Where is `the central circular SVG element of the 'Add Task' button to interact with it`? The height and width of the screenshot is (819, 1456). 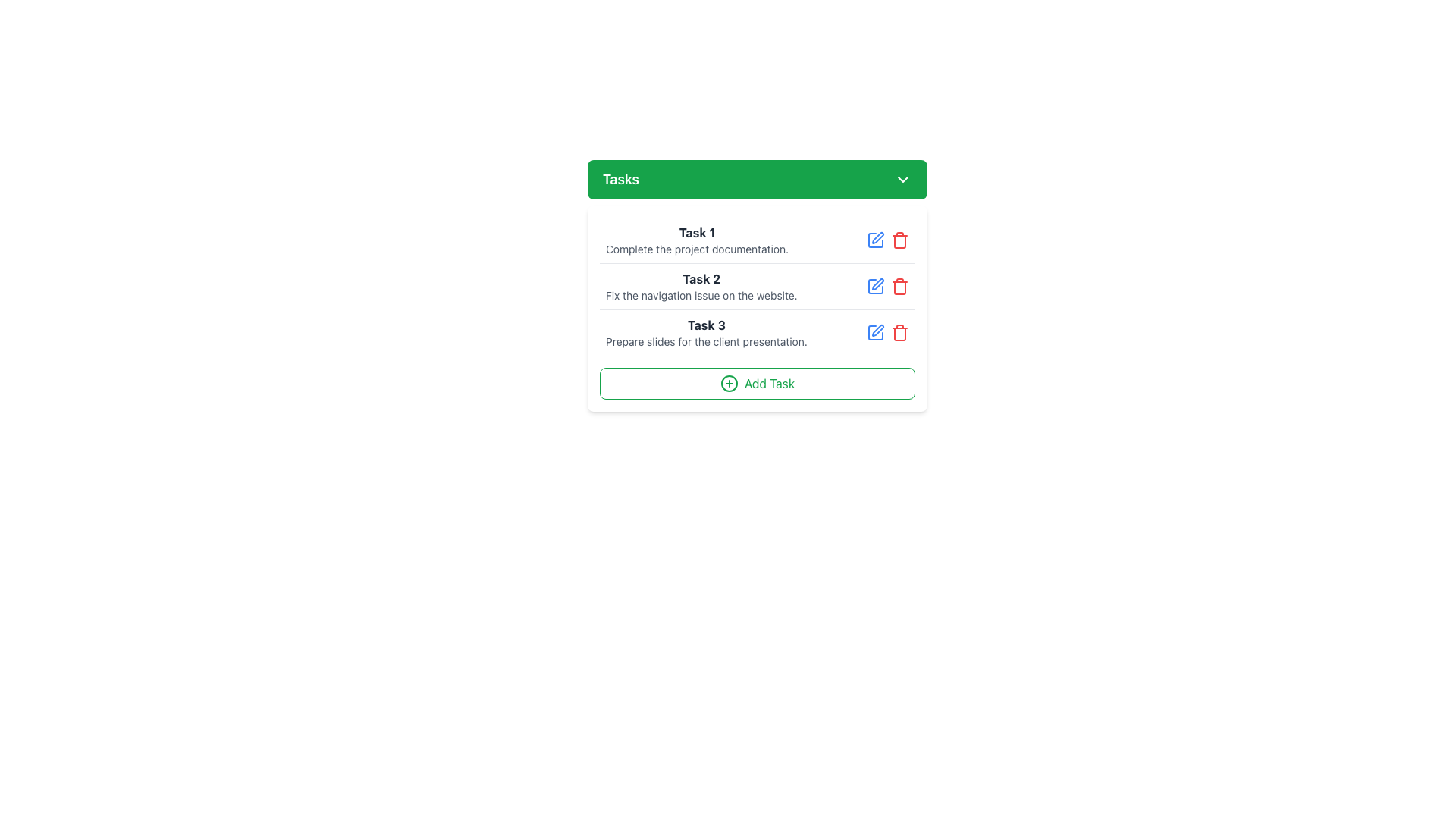
the central circular SVG element of the 'Add Task' button to interact with it is located at coordinates (729, 382).